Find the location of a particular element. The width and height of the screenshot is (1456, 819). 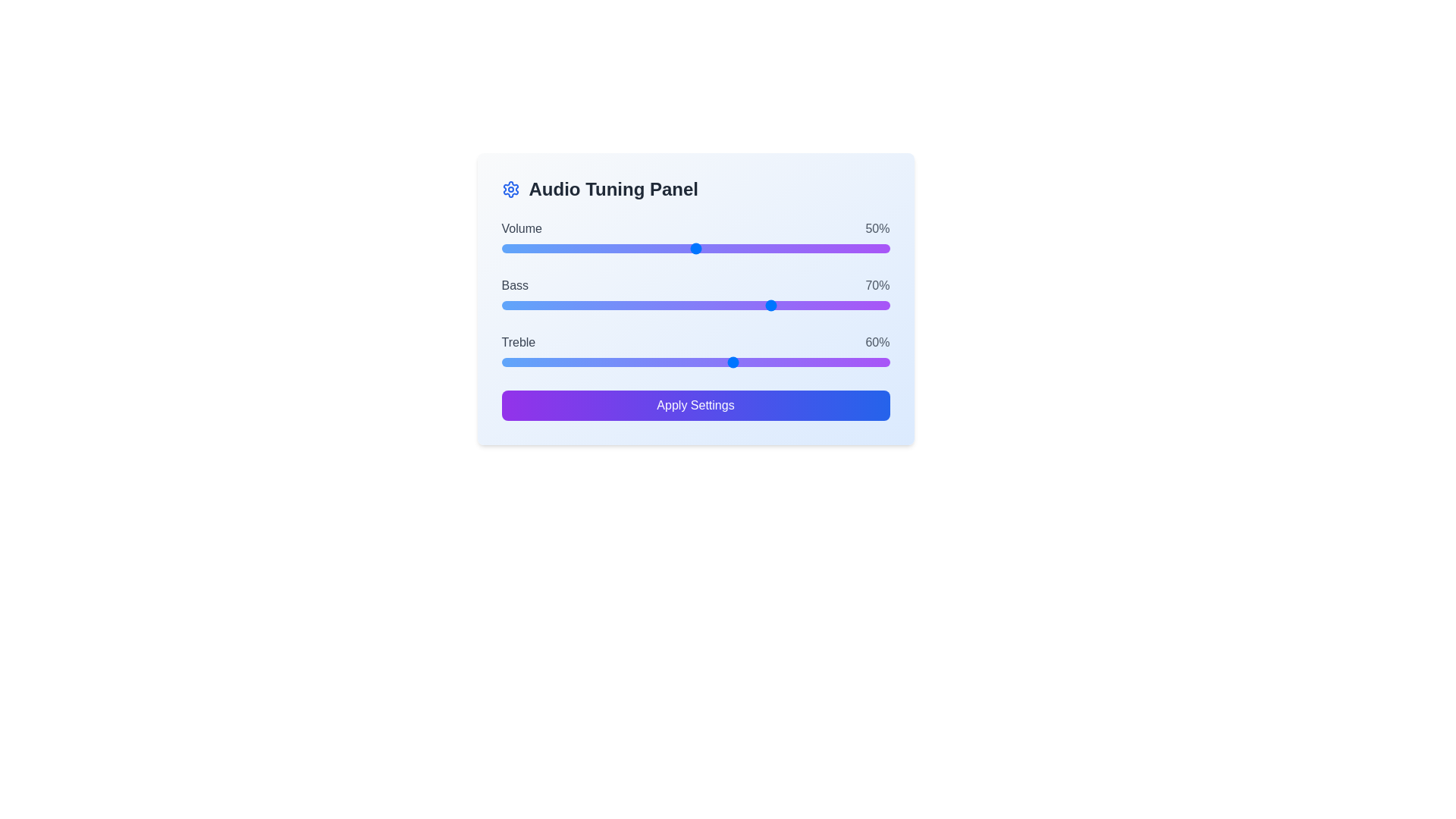

the gear icon used for settings, located on the leftmost side of the 'Audio Tuning Panel' header, adjacent to the text 'Audio Tuning Panel' is located at coordinates (510, 189).